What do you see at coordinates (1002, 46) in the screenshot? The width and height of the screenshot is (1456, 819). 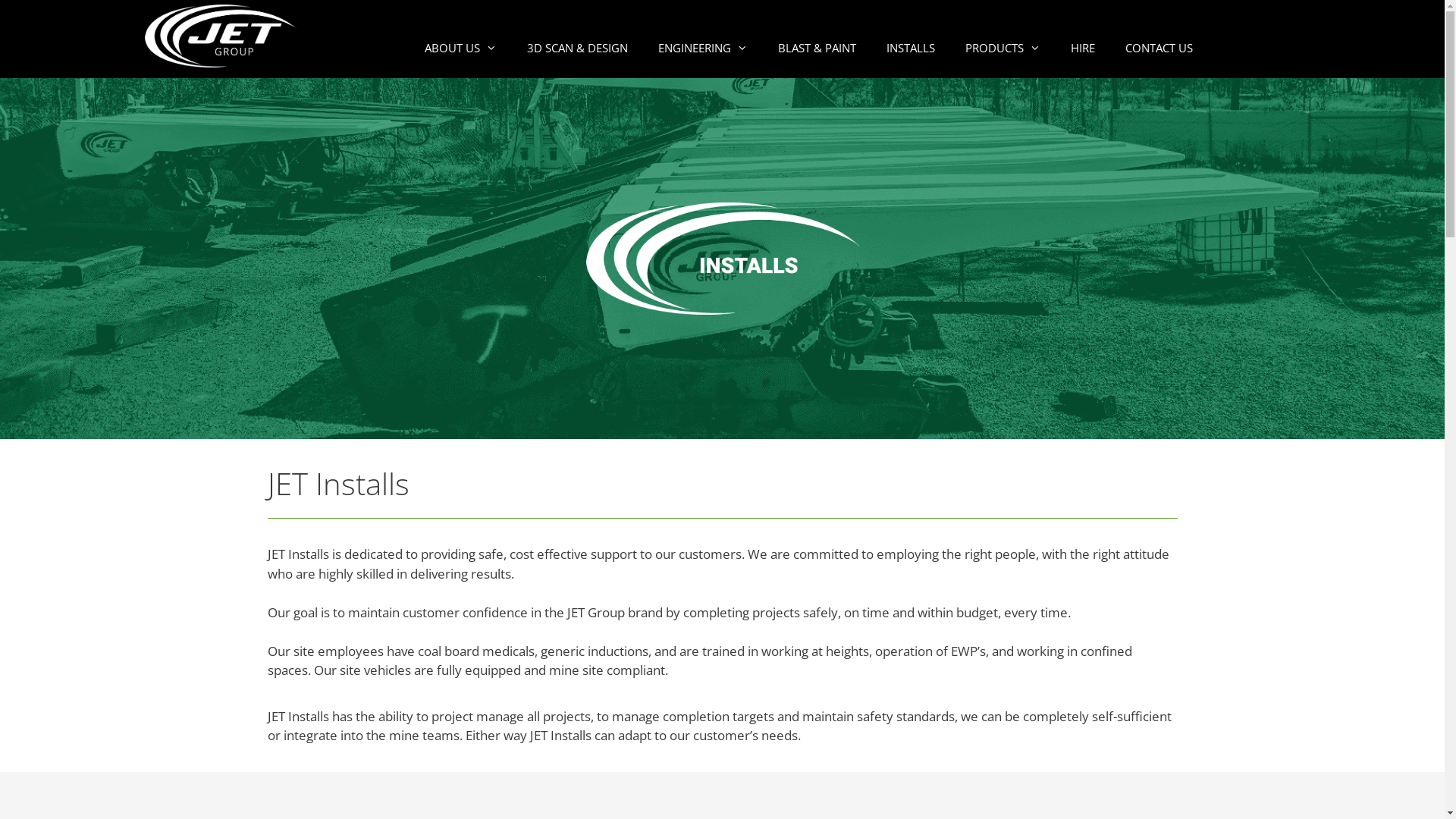 I see `'PRODUCTS'` at bounding box center [1002, 46].